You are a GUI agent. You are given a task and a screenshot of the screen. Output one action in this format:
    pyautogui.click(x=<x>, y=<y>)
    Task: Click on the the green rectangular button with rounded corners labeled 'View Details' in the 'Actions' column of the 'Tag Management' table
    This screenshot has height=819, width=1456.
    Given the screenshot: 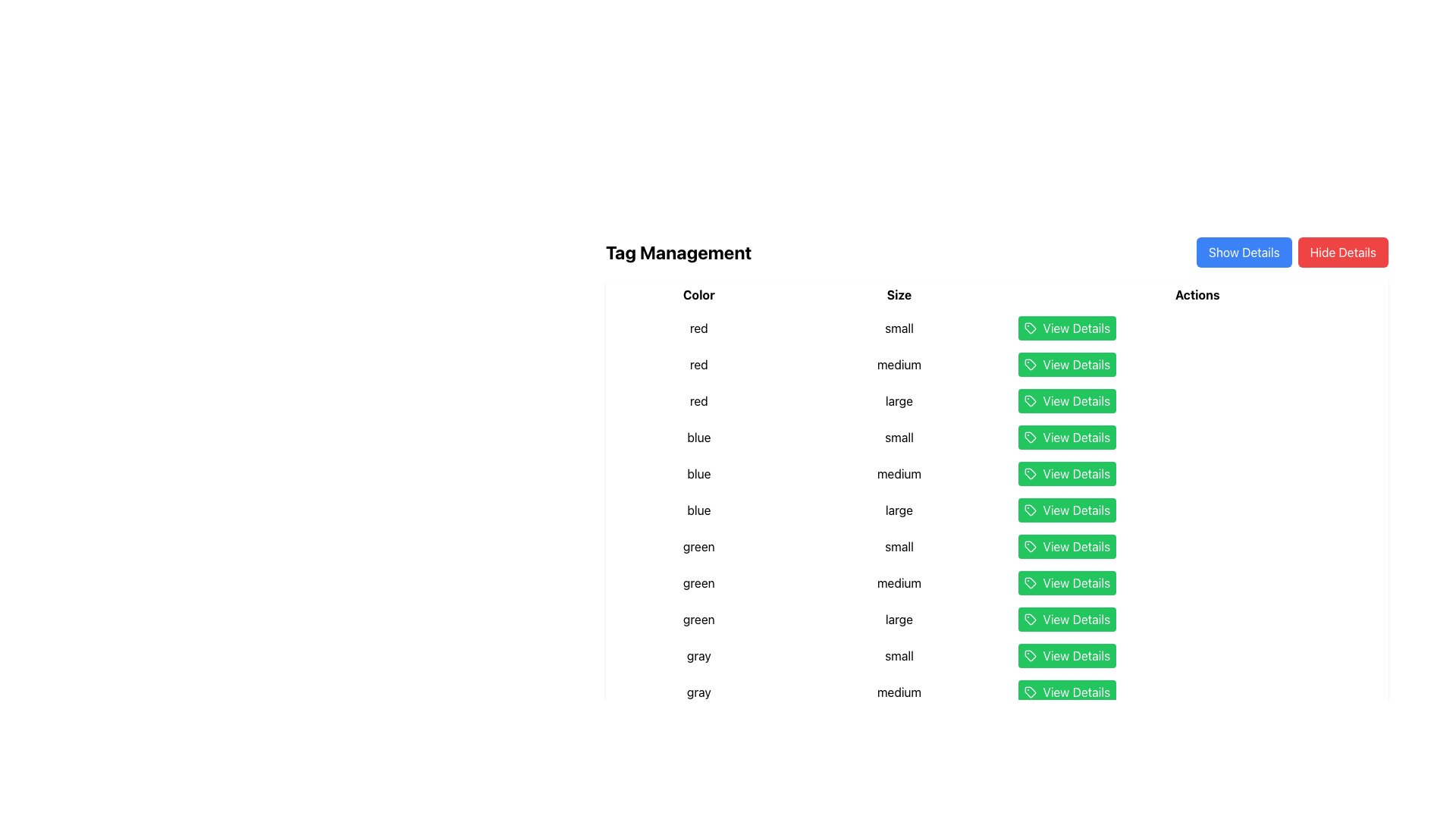 What is the action you would take?
    pyautogui.click(x=1066, y=365)
    